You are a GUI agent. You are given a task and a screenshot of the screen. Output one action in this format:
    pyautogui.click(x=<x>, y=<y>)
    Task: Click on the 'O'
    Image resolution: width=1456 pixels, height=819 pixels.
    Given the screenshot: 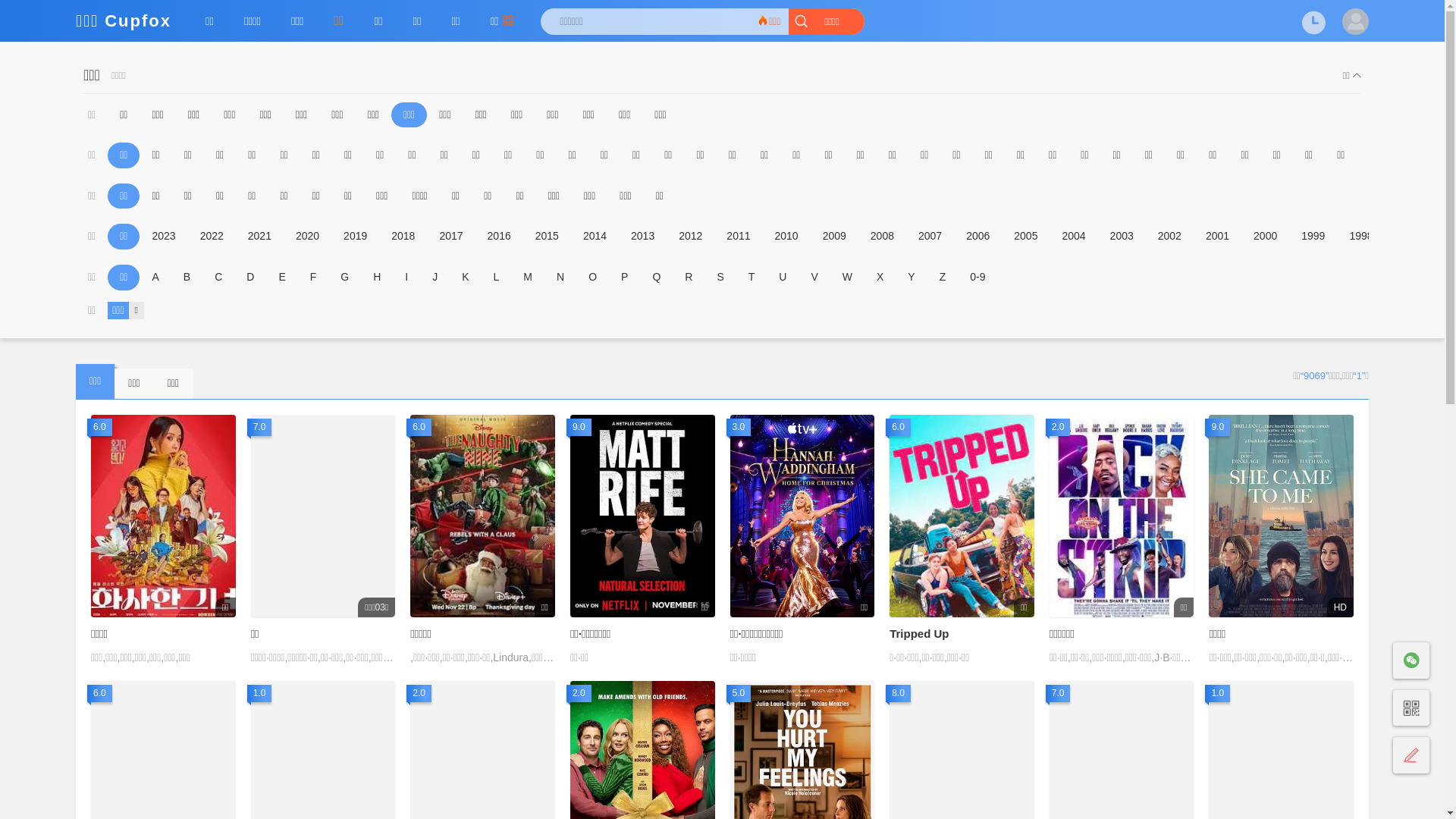 What is the action you would take?
    pyautogui.click(x=575, y=278)
    